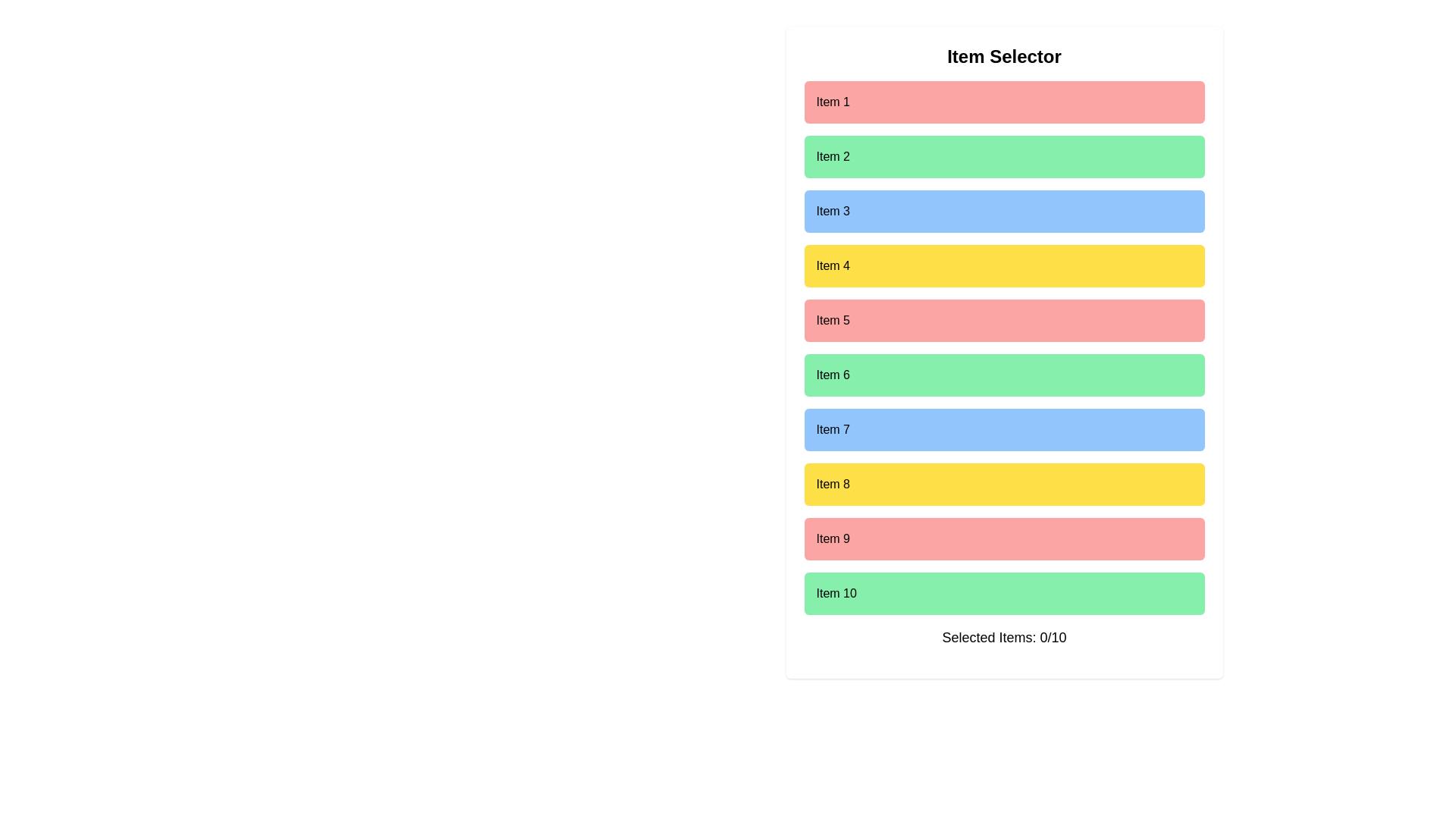 The image size is (1456, 819). What do you see at coordinates (832, 211) in the screenshot?
I see `the Text Label representing 'Item 3' in the interactive list` at bounding box center [832, 211].